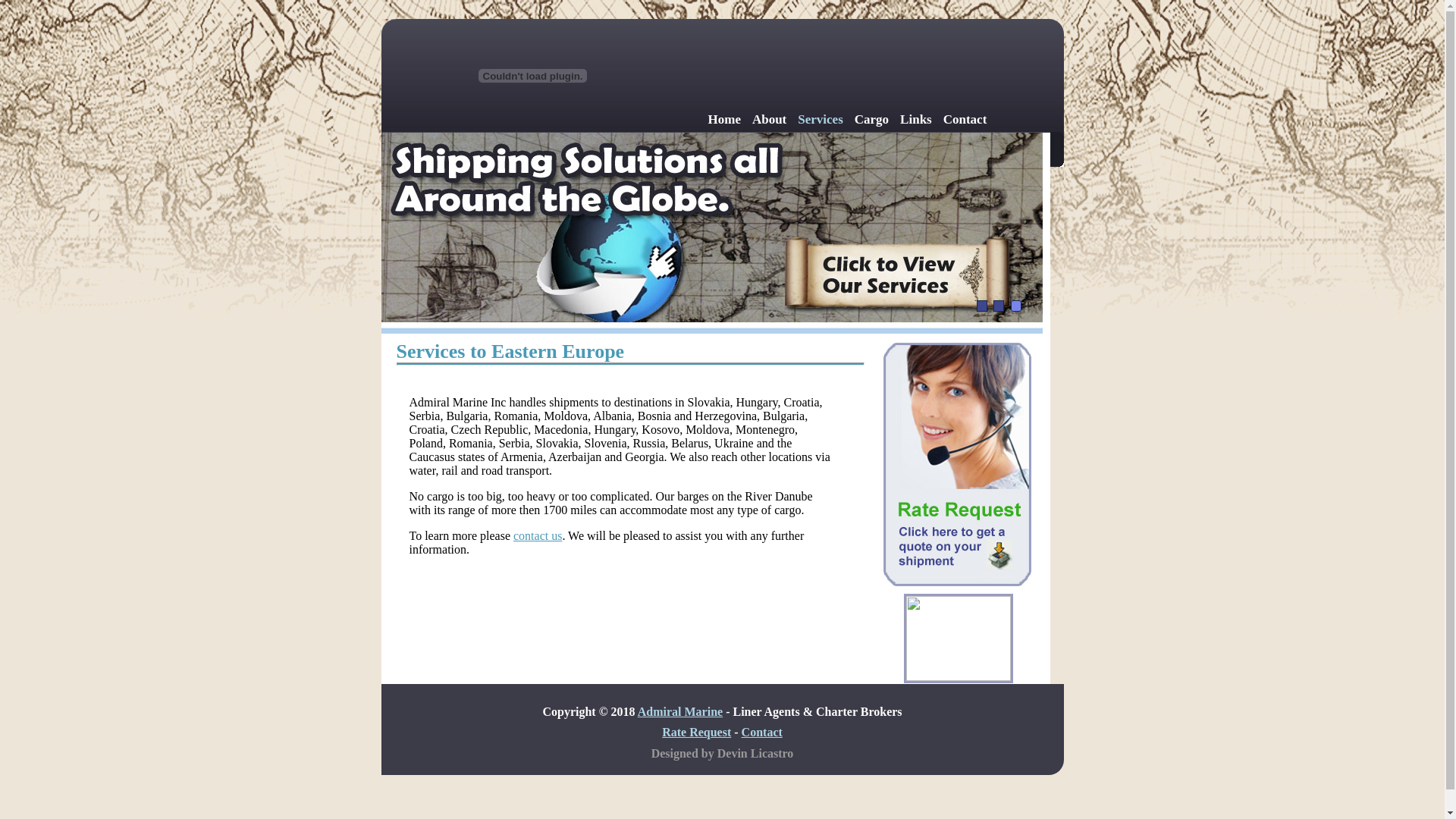  What do you see at coordinates (915, 118) in the screenshot?
I see `'Links'` at bounding box center [915, 118].